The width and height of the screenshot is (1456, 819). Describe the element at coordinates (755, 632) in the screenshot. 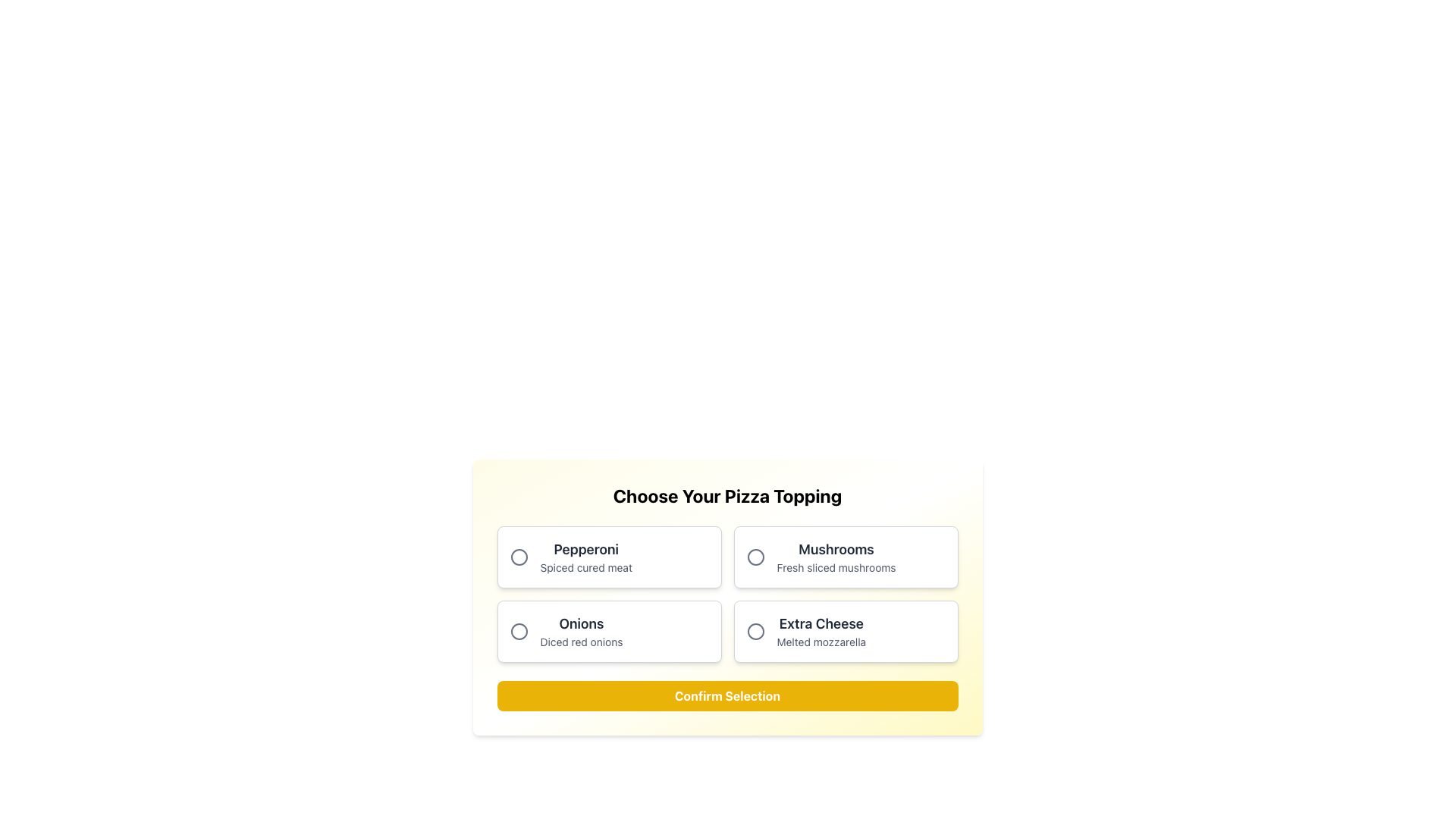

I see `the radio button for the 'Extra Cheese' option located in the bottom-right quadrant of the selection dialog` at that location.